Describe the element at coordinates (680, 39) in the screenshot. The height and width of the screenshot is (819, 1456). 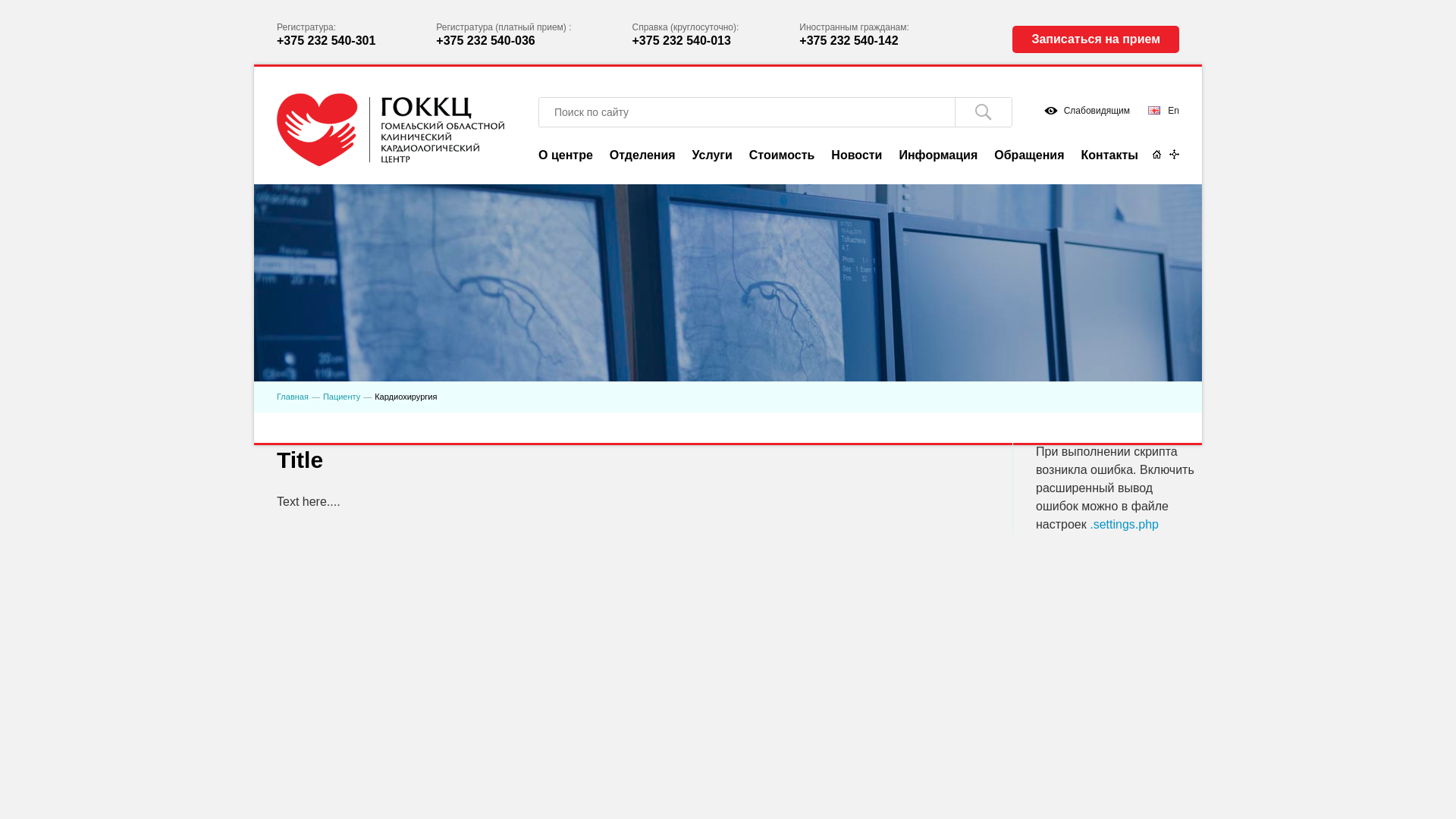
I see `'+375 232 540-013'` at that location.